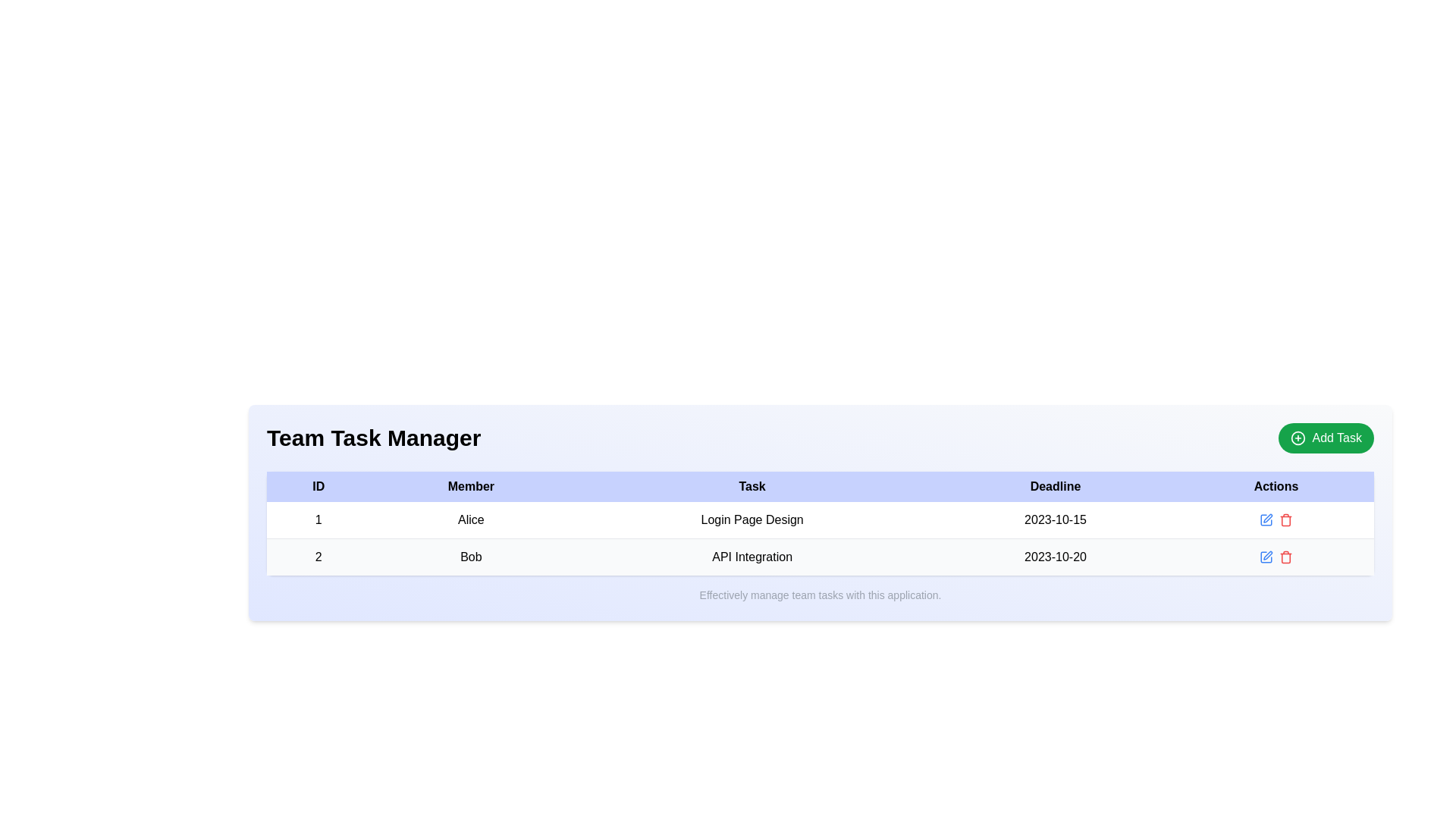  What do you see at coordinates (470, 519) in the screenshot?
I see `the Text Label displaying 'Alice' in the second column of the first row in a table layout` at bounding box center [470, 519].